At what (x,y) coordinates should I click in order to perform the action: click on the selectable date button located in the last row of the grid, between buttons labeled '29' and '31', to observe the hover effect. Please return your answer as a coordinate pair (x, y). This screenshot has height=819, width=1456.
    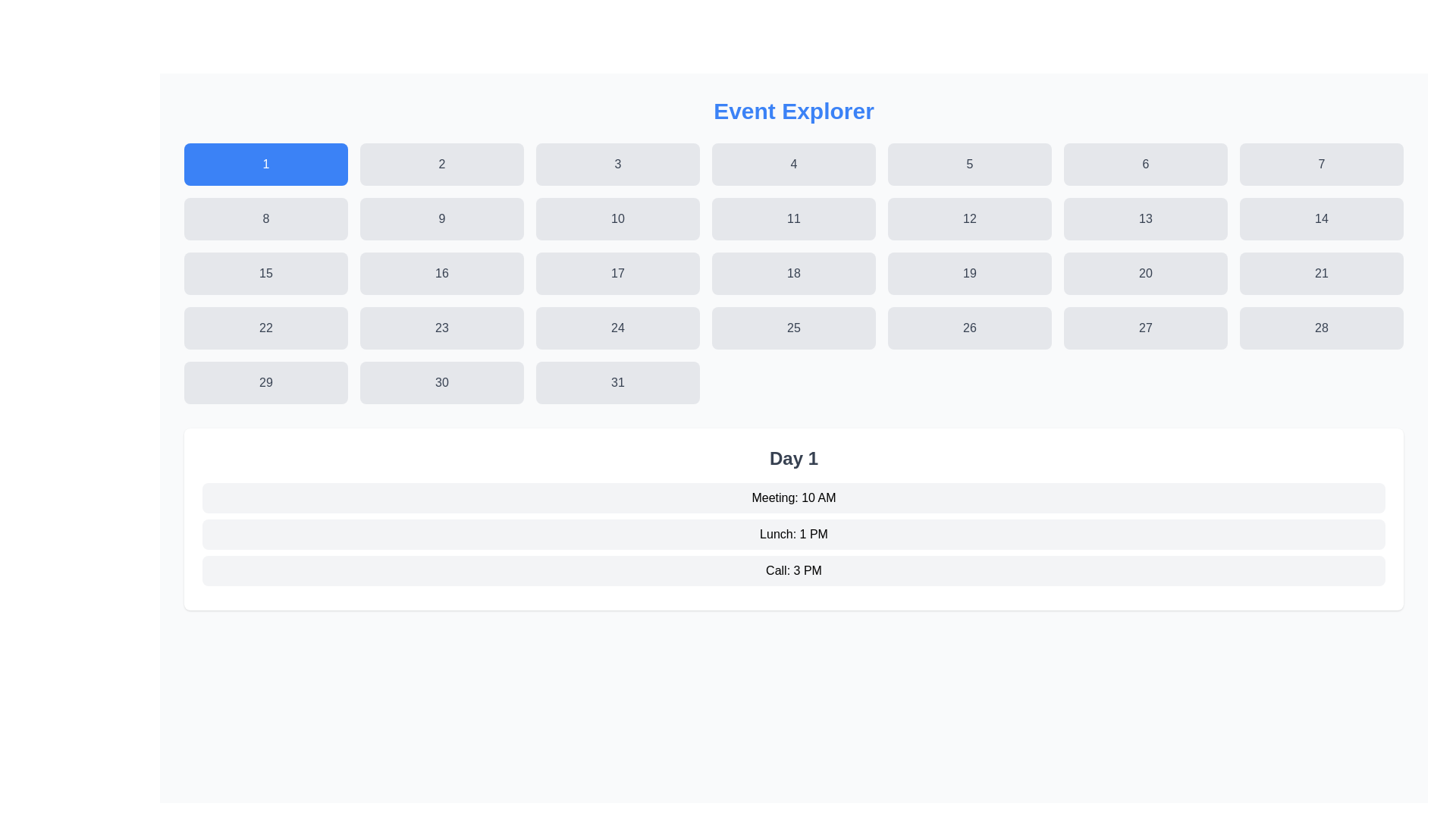
    Looking at the image, I should click on (441, 382).